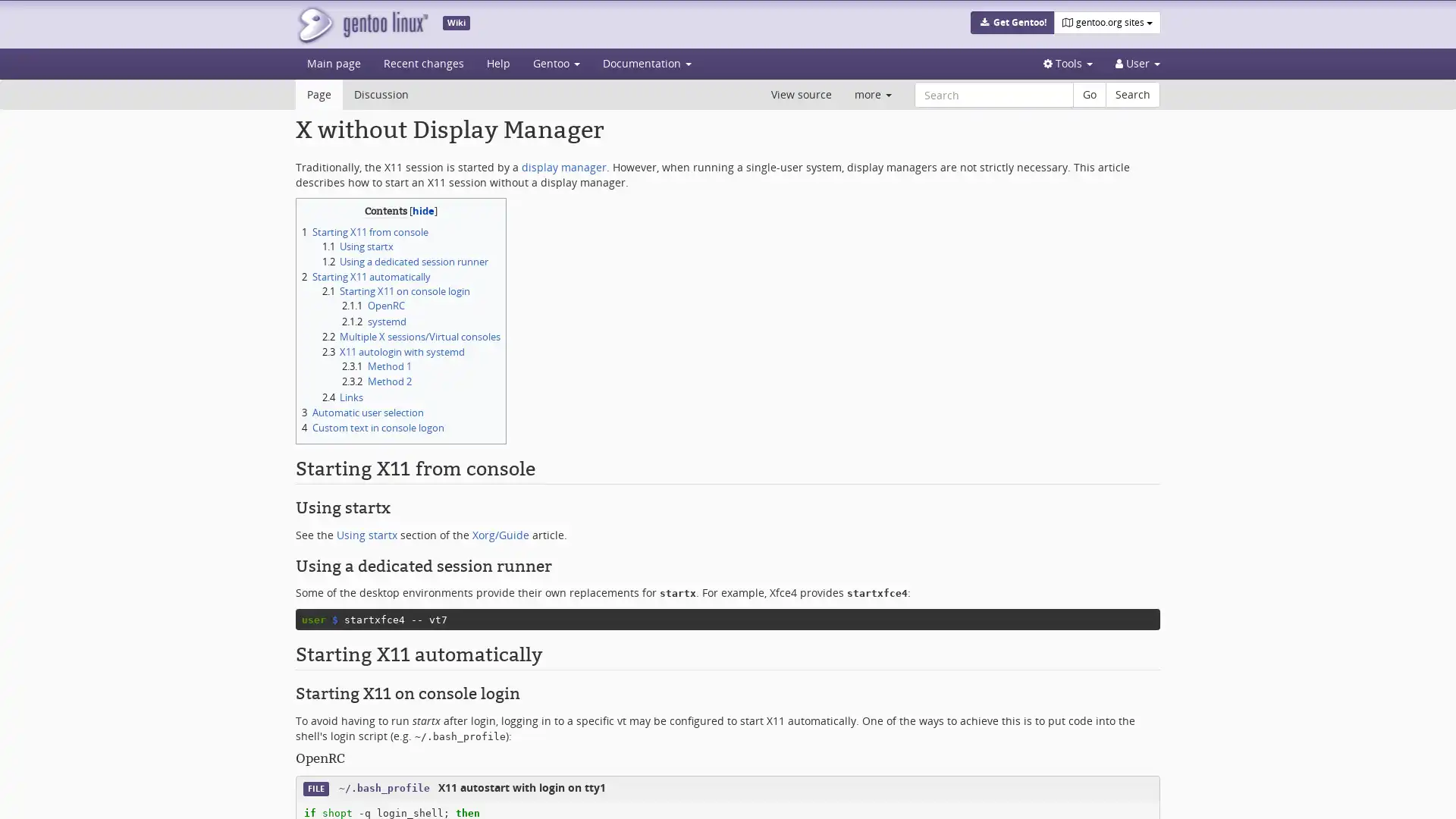 The image size is (1456, 819). I want to click on Search, so click(1132, 94).